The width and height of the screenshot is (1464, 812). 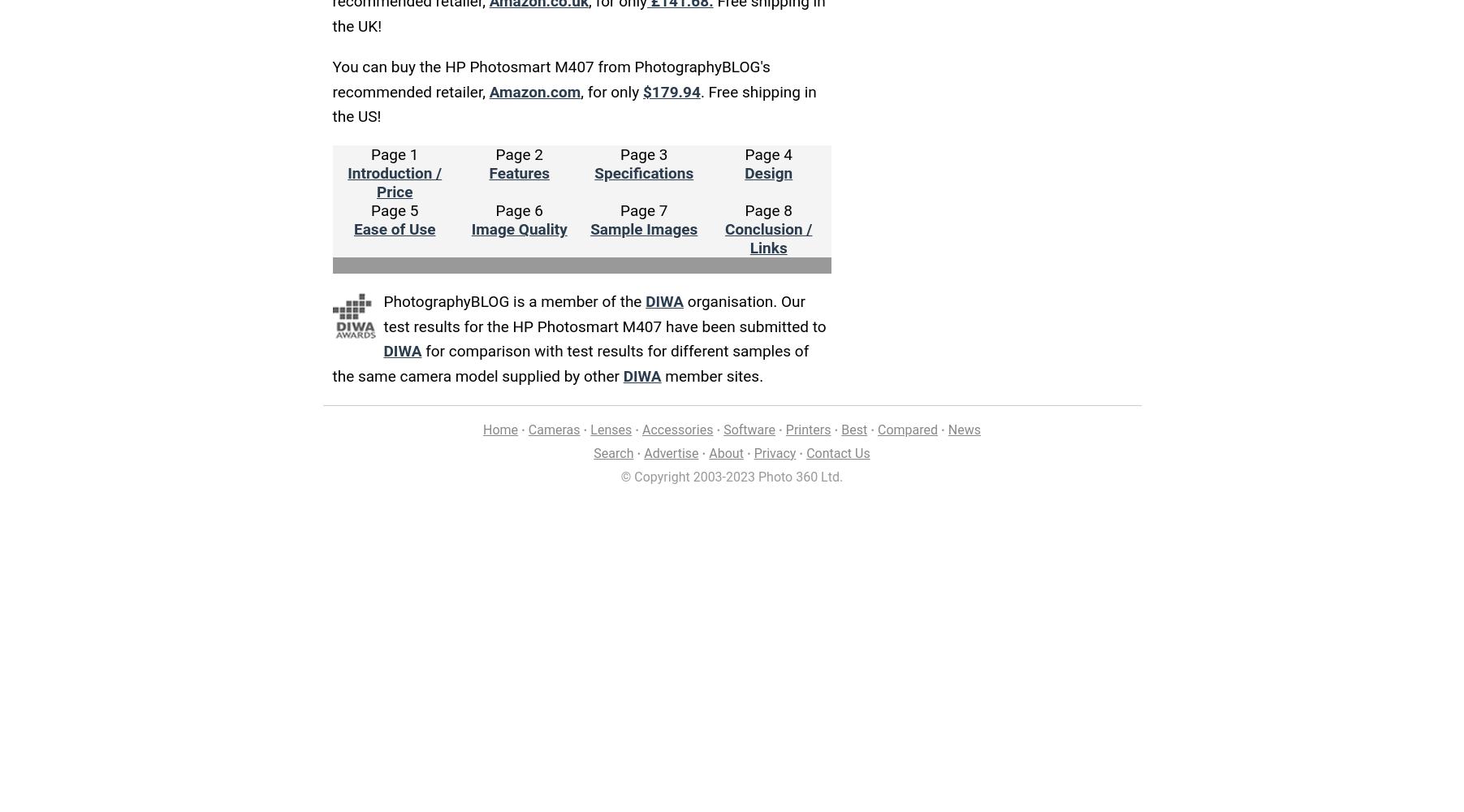 I want to click on 'Advertise', so click(x=670, y=452).